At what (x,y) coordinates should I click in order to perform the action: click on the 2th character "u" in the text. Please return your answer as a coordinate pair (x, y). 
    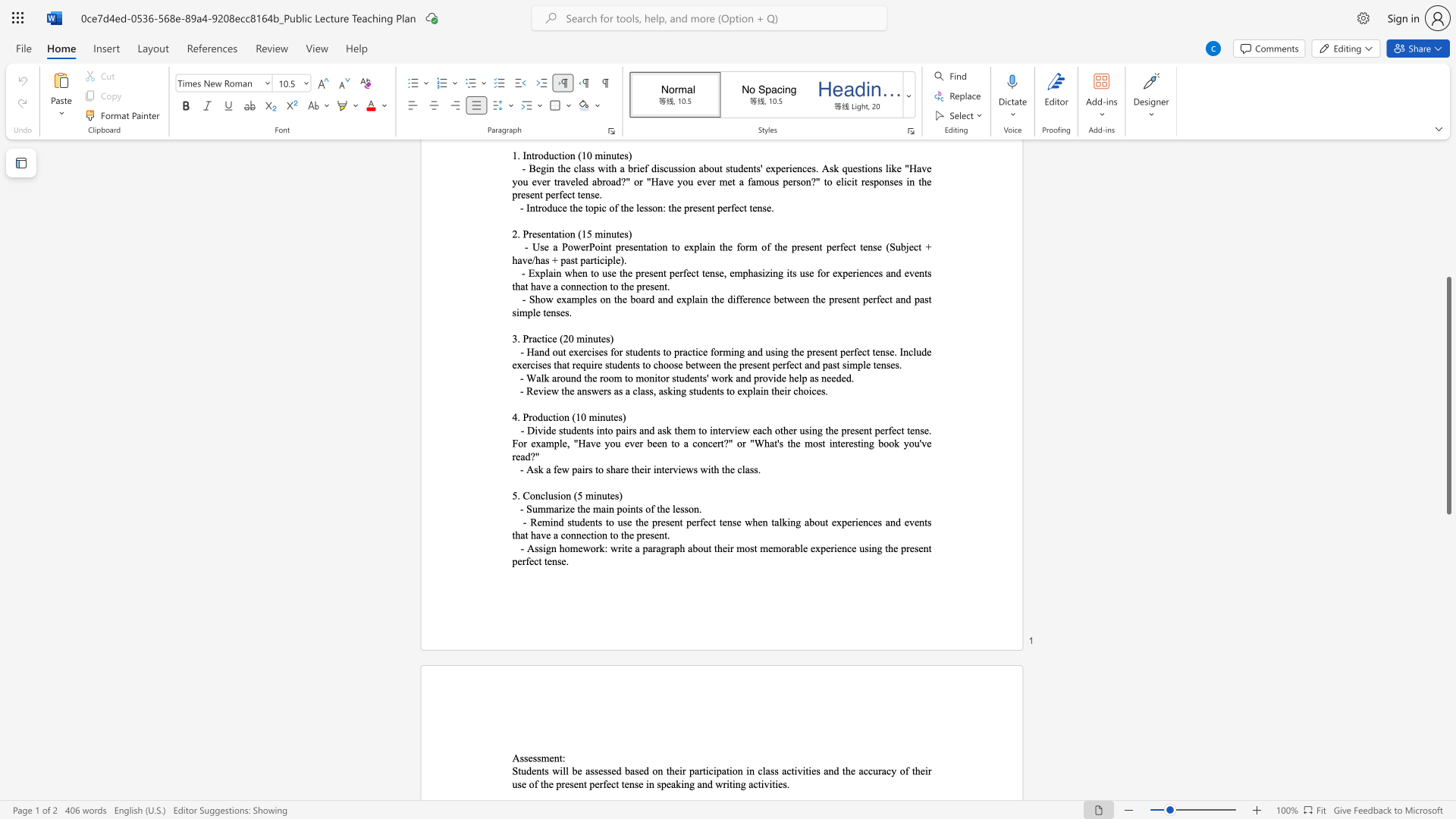
    Looking at the image, I should click on (604, 495).